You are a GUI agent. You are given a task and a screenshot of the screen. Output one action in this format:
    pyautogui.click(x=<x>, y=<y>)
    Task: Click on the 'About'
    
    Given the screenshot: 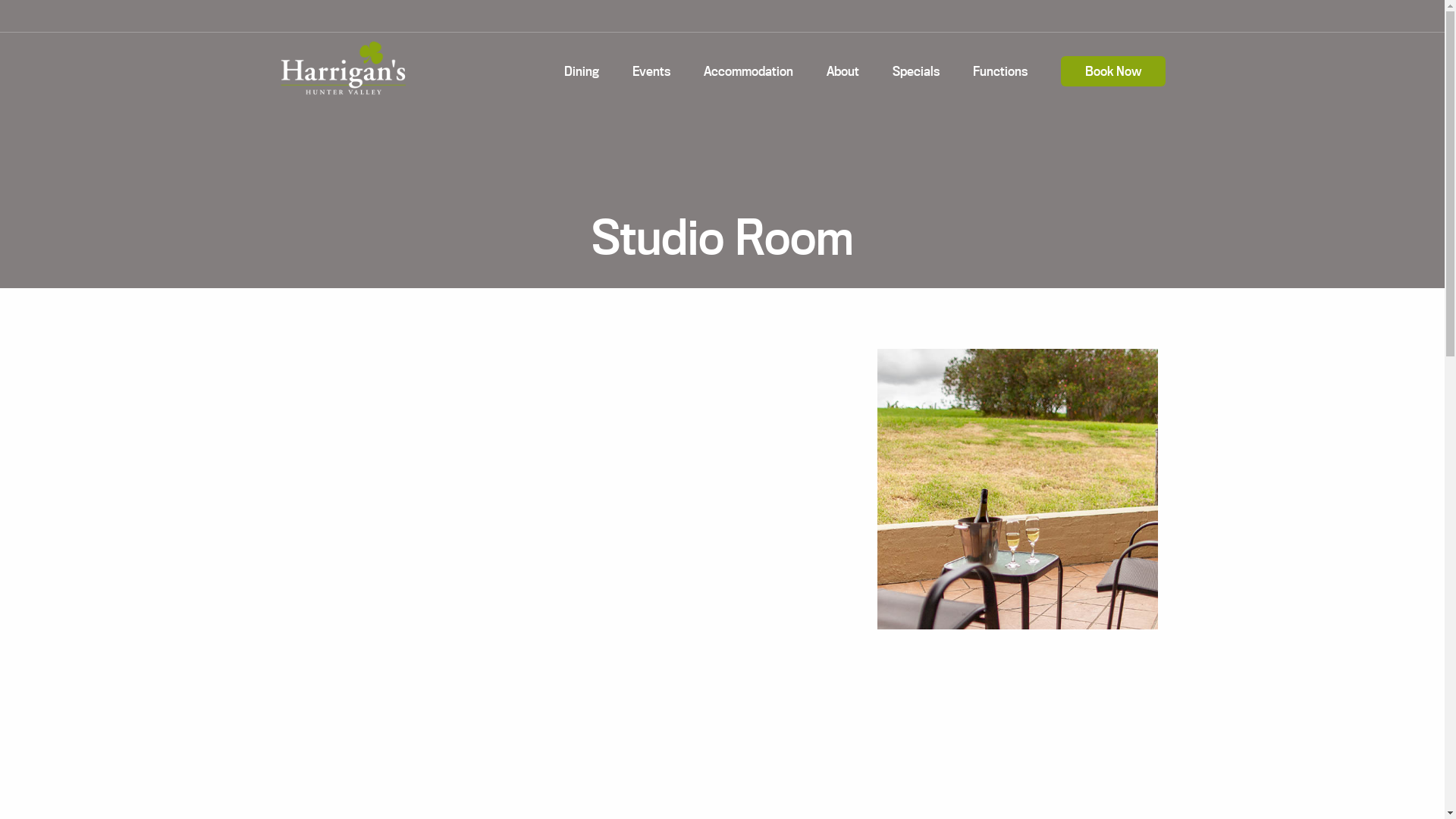 What is the action you would take?
    pyautogui.click(x=842, y=71)
    